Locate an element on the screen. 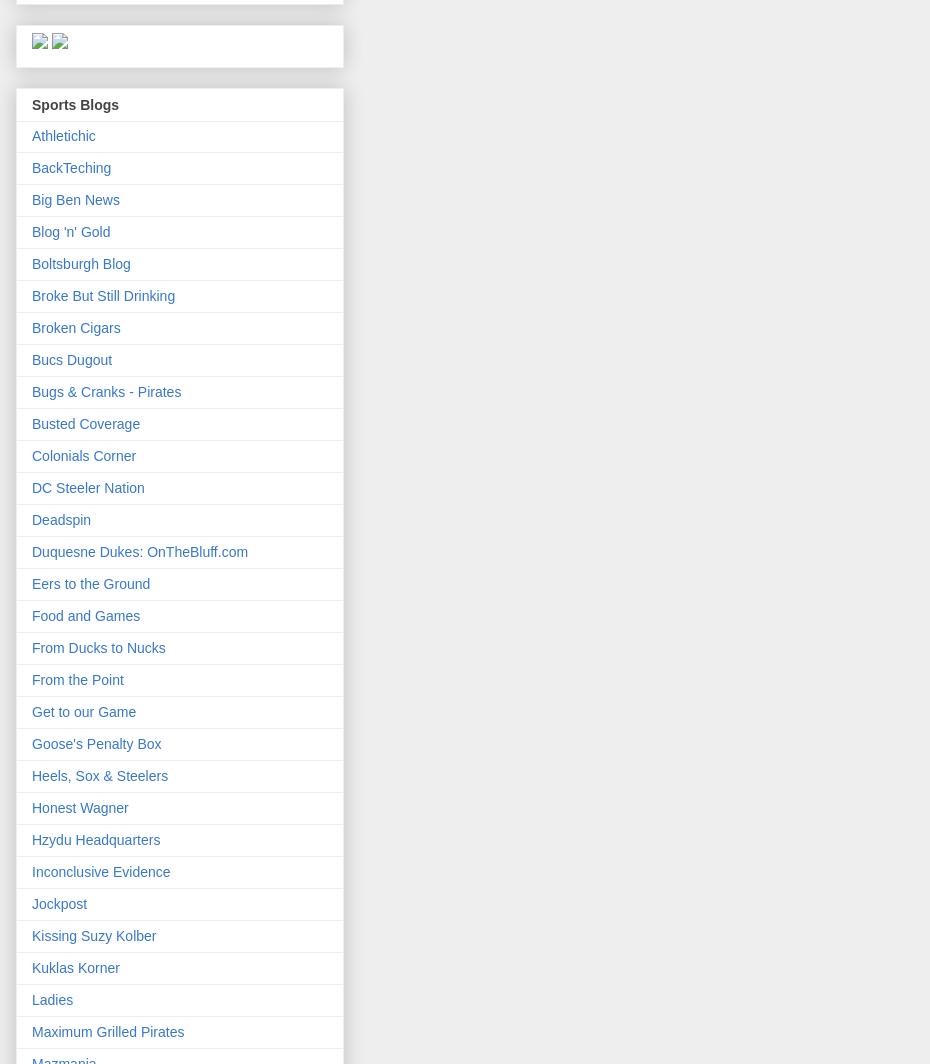  'Kuklas Korner' is located at coordinates (74, 968).